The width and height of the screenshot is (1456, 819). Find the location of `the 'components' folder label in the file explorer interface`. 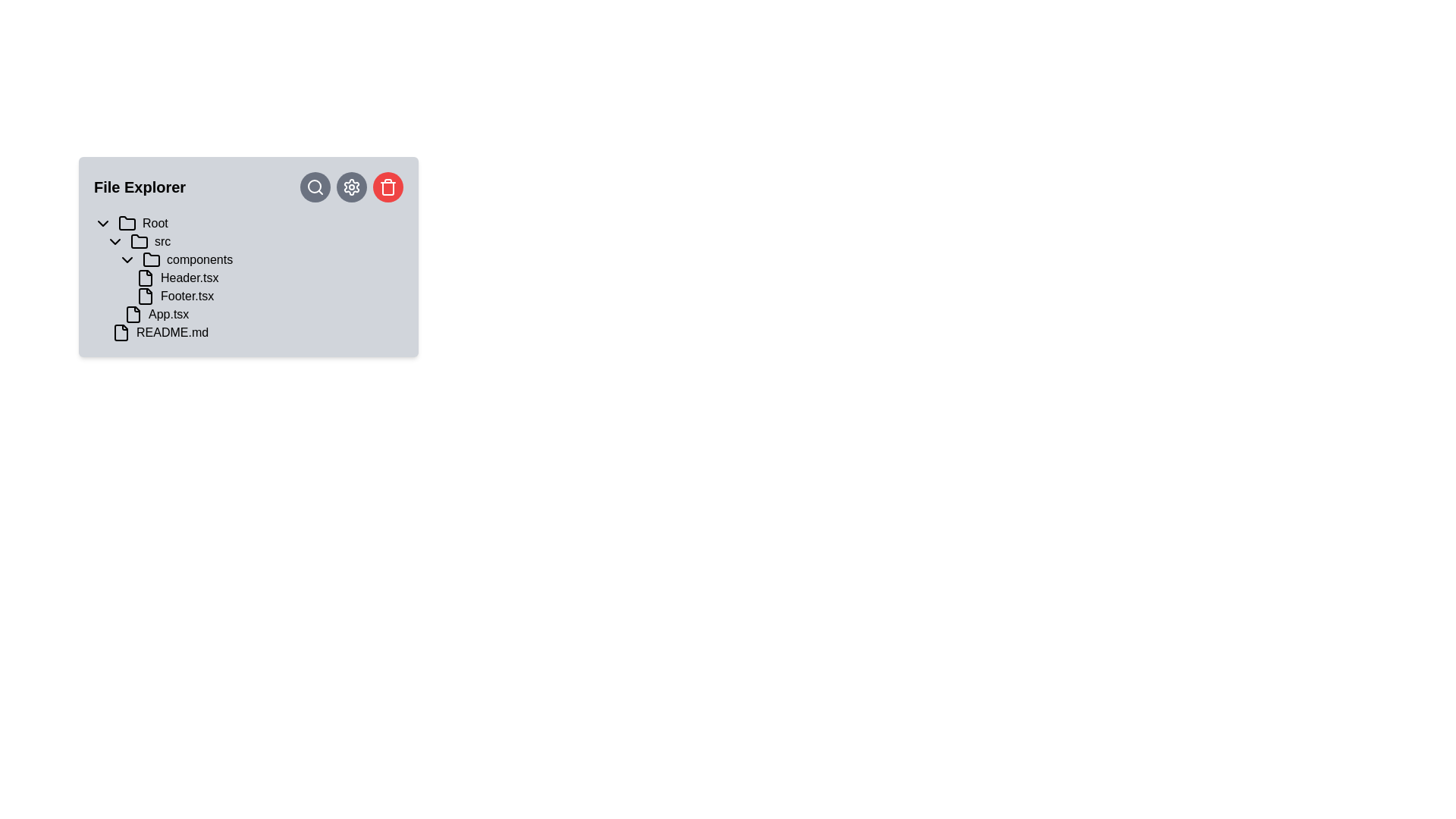

the 'components' folder label in the file explorer interface is located at coordinates (199, 259).